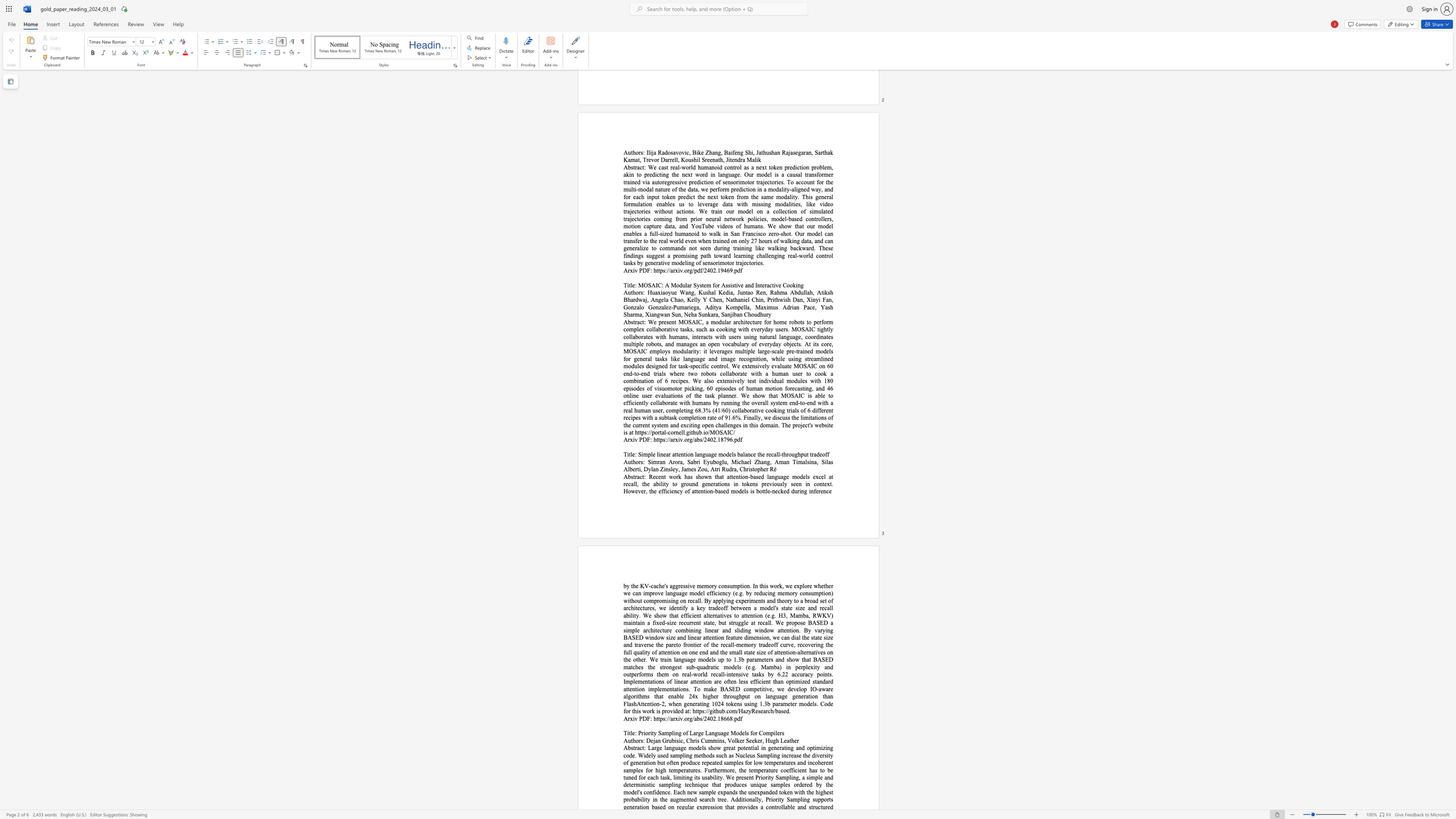 Image resolution: width=1456 pixels, height=819 pixels. What do you see at coordinates (628, 439) in the screenshot?
I see `the subset text "rxiv" within the text "Arxiv PDF:"` at bounding box center [628, 439].